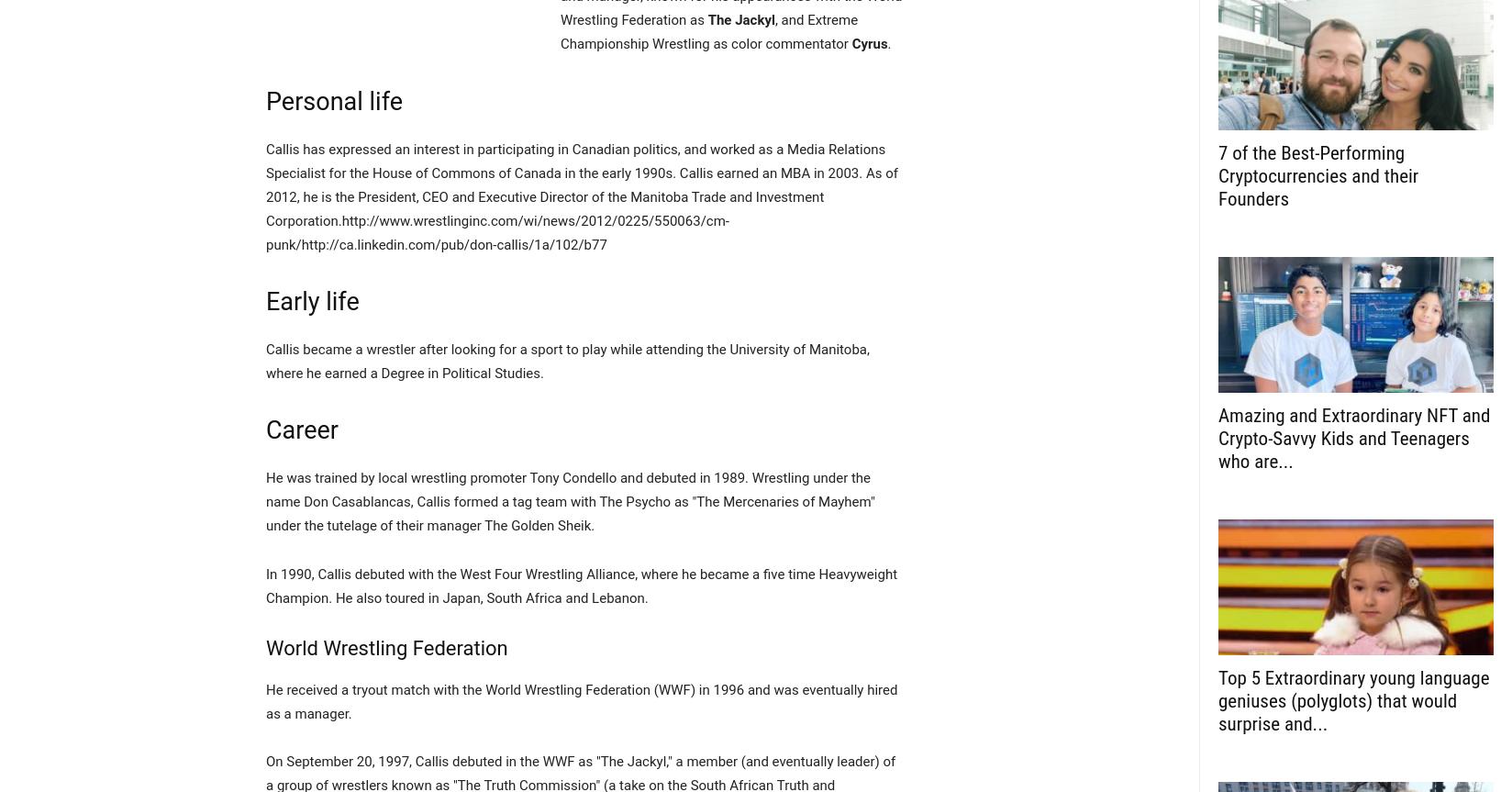 This screenshot has height=792, width=1512. I want to click on 'Career', so click(265, 429).